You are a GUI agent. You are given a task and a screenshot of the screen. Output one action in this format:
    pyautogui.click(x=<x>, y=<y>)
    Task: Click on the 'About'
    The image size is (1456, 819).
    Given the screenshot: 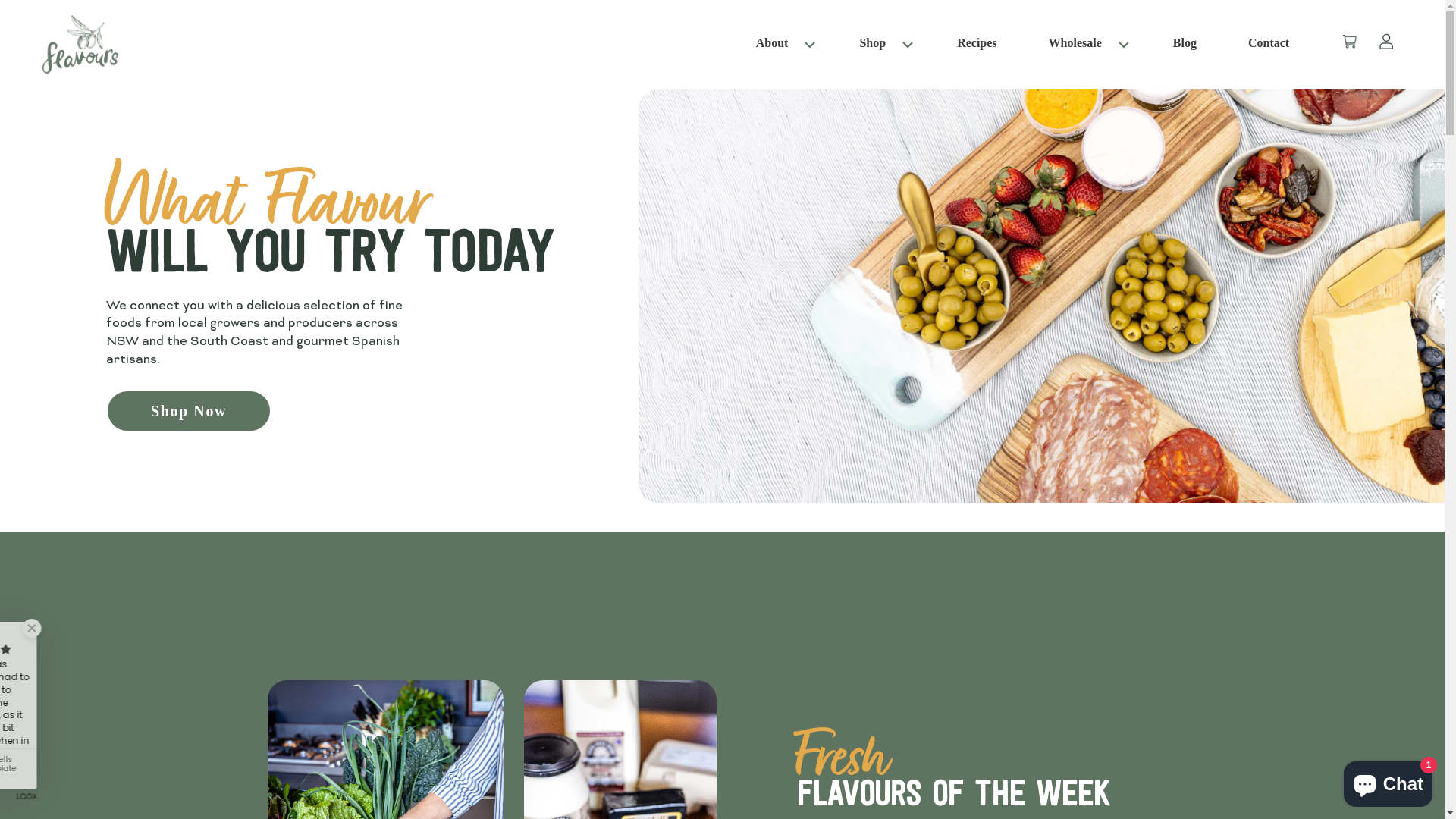 What is the action you would take?
    pyautogui.click(x=748, y=43)
    